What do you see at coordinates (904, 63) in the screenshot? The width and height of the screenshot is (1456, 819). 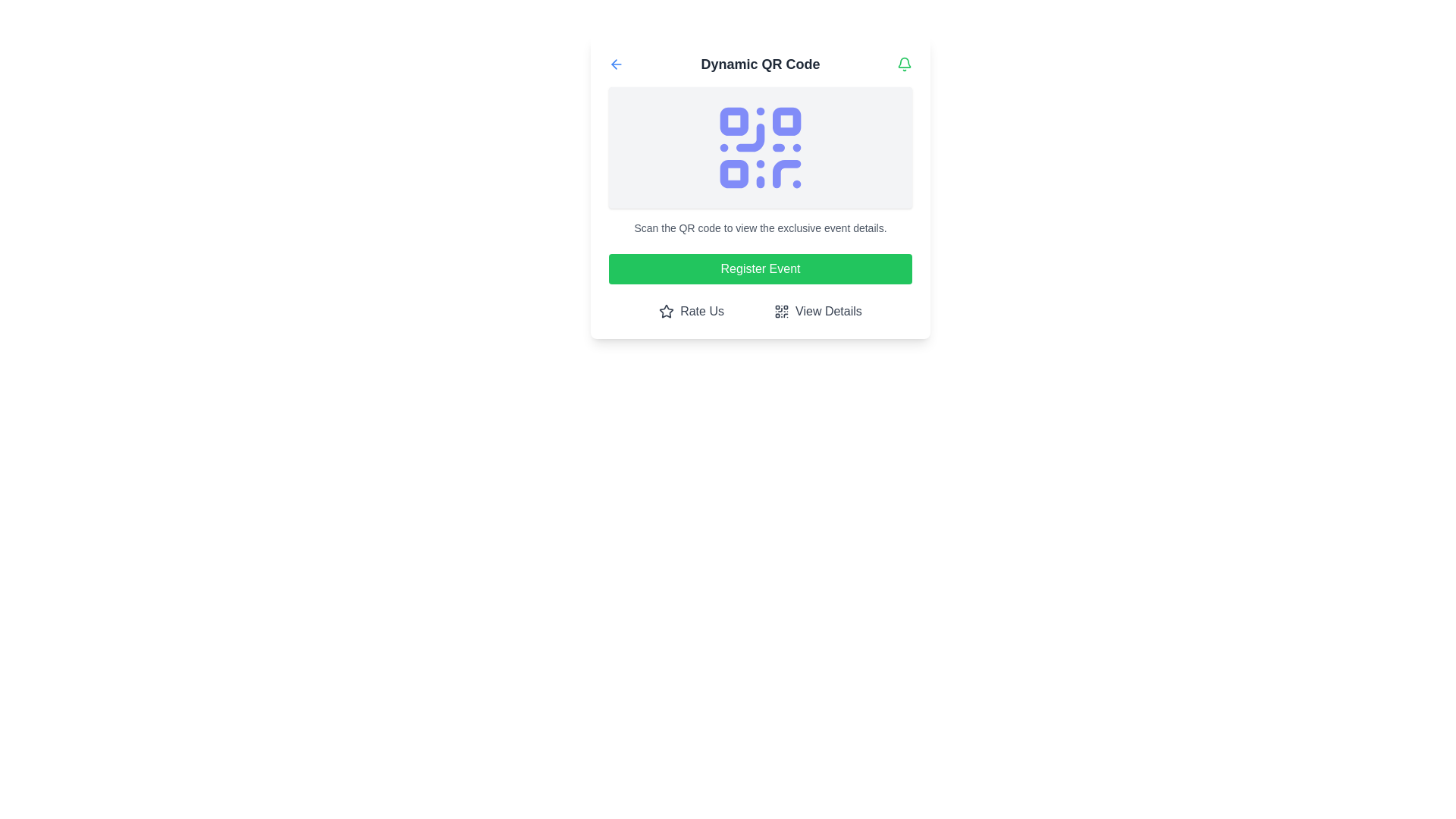 I see `the notification indicator icon located at the far right of the header section` at bounding box center [904, 63].